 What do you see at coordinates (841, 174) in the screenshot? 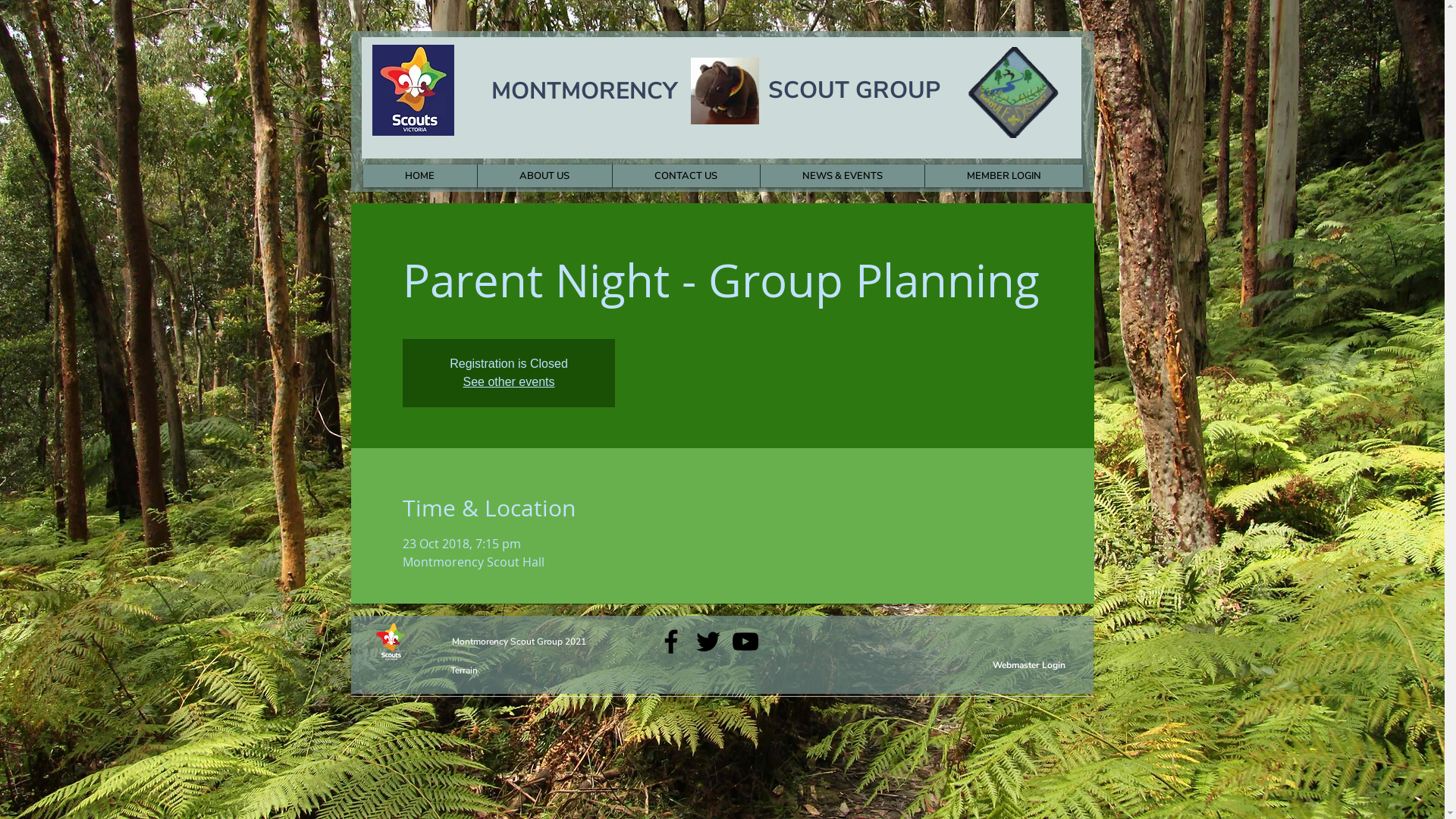
I see `'NEWS & EVENTS'` at bounding box center [841, 174].